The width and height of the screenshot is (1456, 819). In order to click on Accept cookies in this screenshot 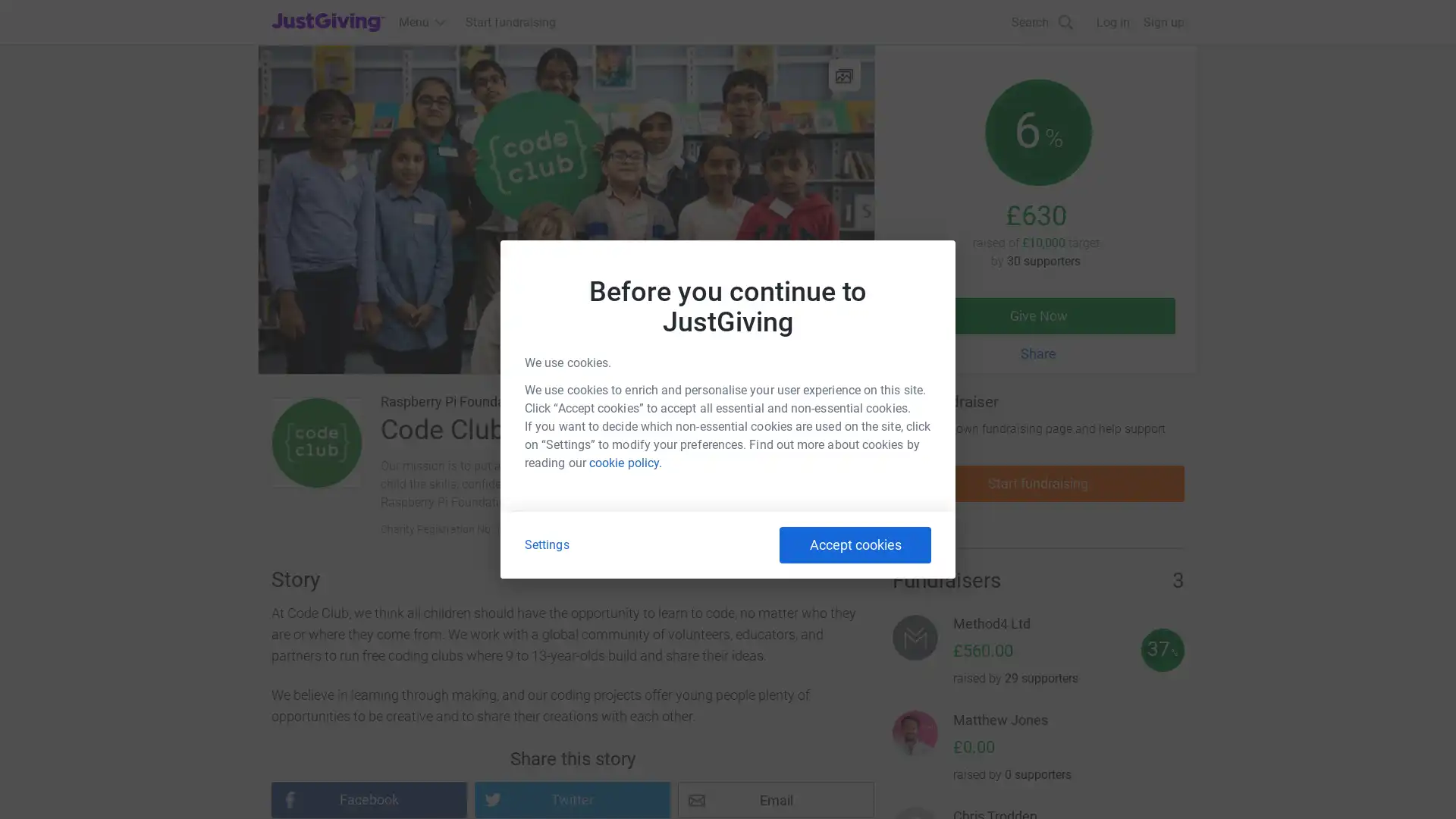, I will do `click(855, 544)`.